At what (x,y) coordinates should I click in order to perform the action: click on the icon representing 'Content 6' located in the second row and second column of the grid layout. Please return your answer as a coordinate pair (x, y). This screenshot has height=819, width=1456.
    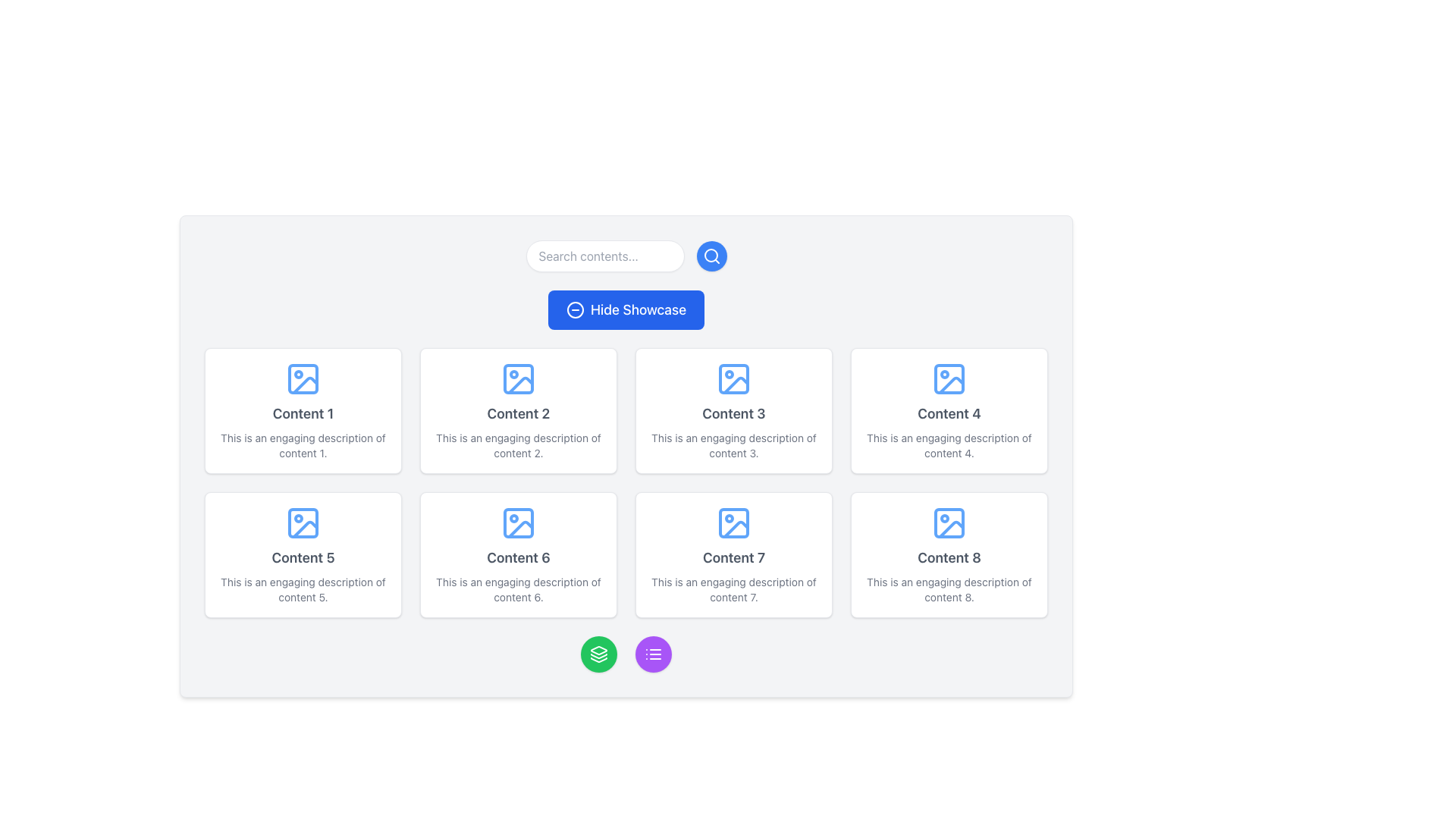
    Looking at the image, I should click on (519, 522).